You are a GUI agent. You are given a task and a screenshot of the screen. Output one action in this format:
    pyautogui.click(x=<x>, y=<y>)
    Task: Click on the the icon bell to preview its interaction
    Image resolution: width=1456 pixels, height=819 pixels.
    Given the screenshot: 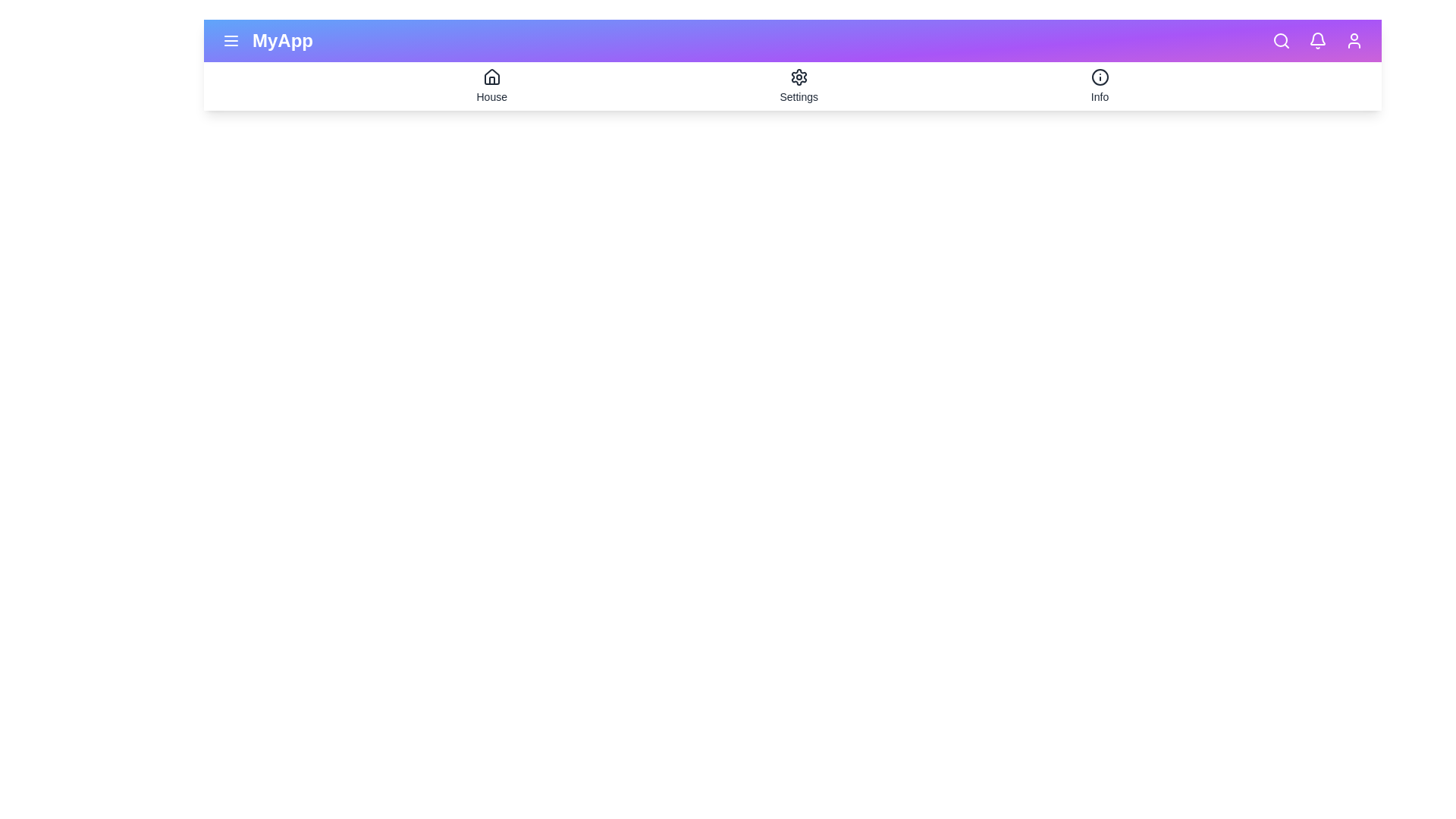 What is the action you would take?
    pyautogui.click(x=1316, y=40)
    